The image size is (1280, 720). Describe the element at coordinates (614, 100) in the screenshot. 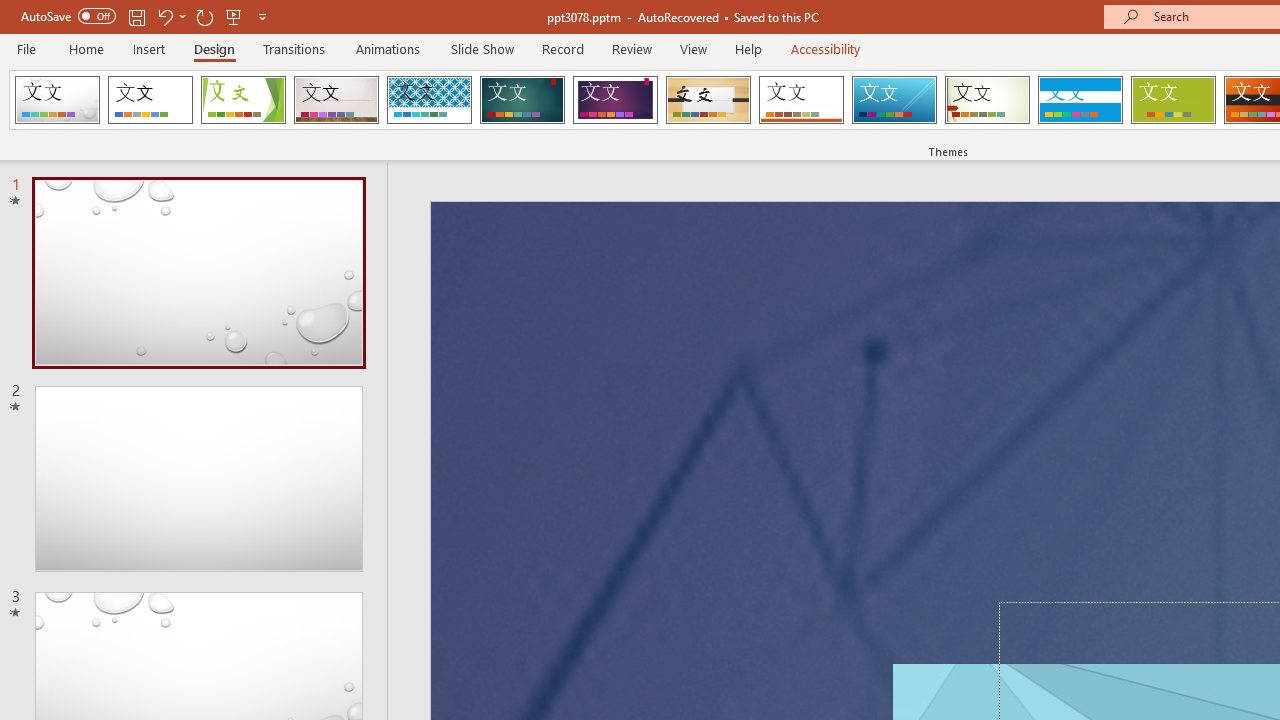

I see `'Ion Boardroom'` at that location.